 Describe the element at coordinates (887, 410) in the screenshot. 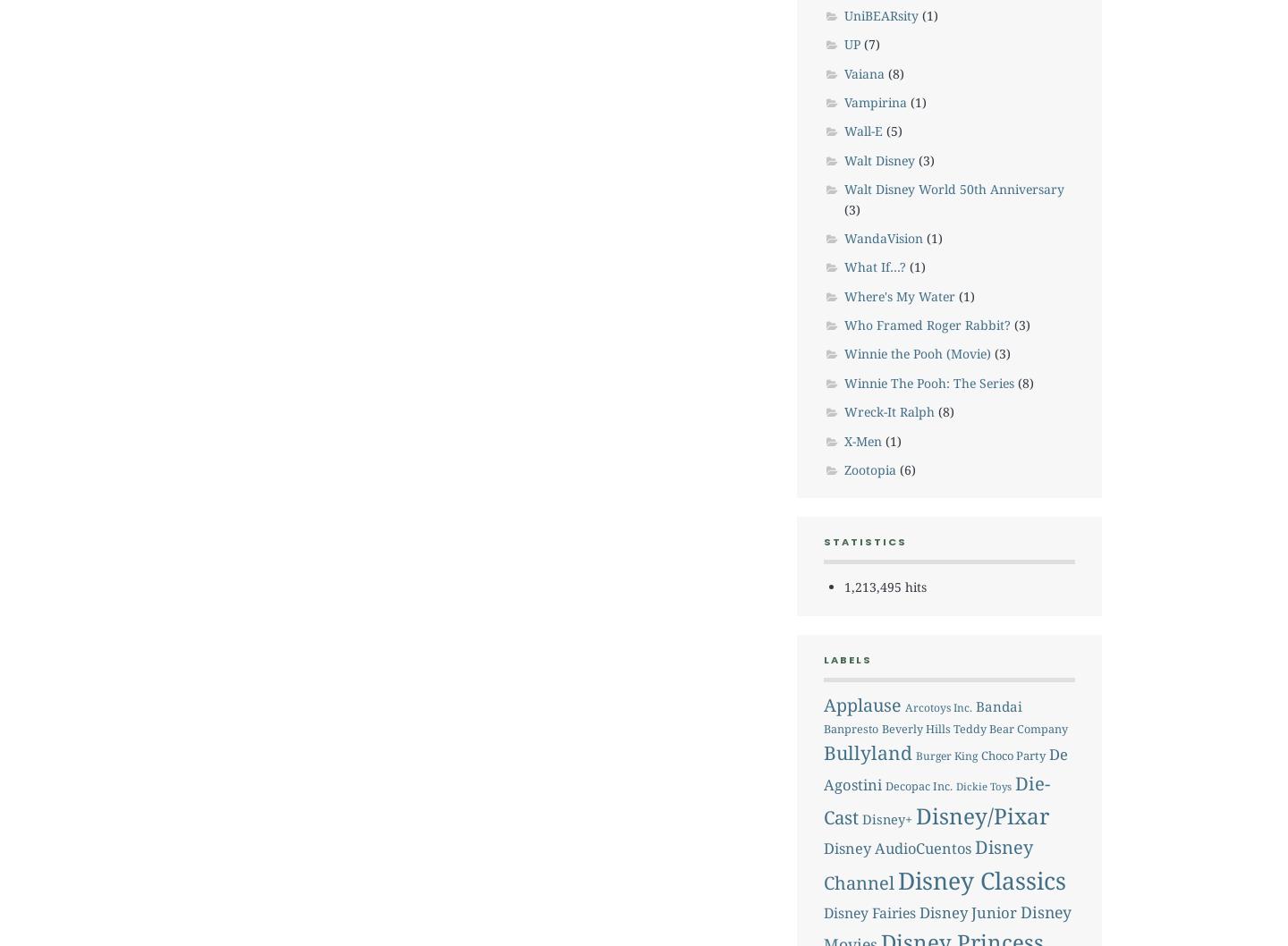

I see `'Wreck-It Ralph'` at that location.